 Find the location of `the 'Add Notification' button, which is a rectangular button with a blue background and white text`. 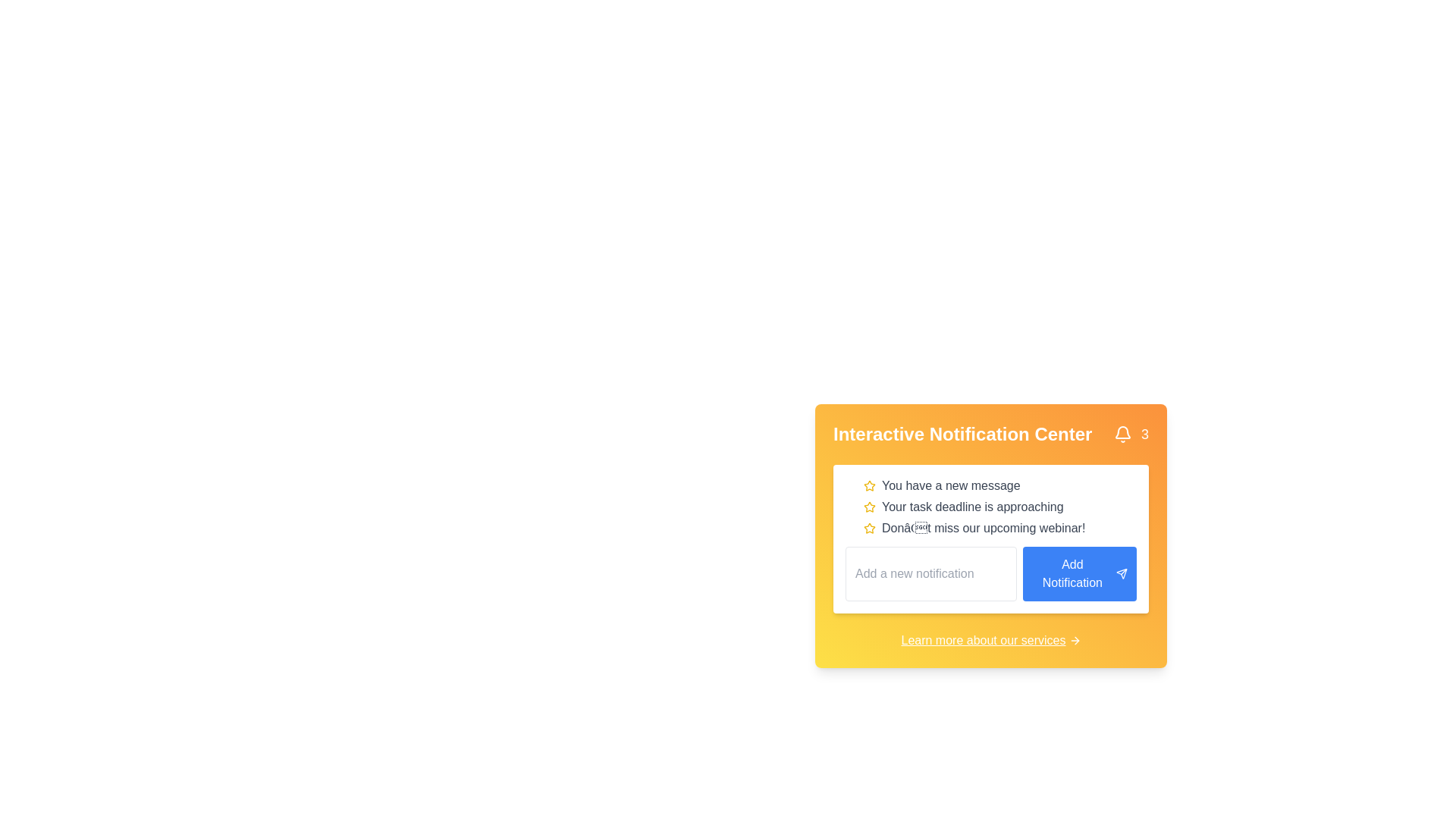

the 'Add Notification' button, which is a rectangular button with a blue background and white text is located at coordinates (1079, 573).